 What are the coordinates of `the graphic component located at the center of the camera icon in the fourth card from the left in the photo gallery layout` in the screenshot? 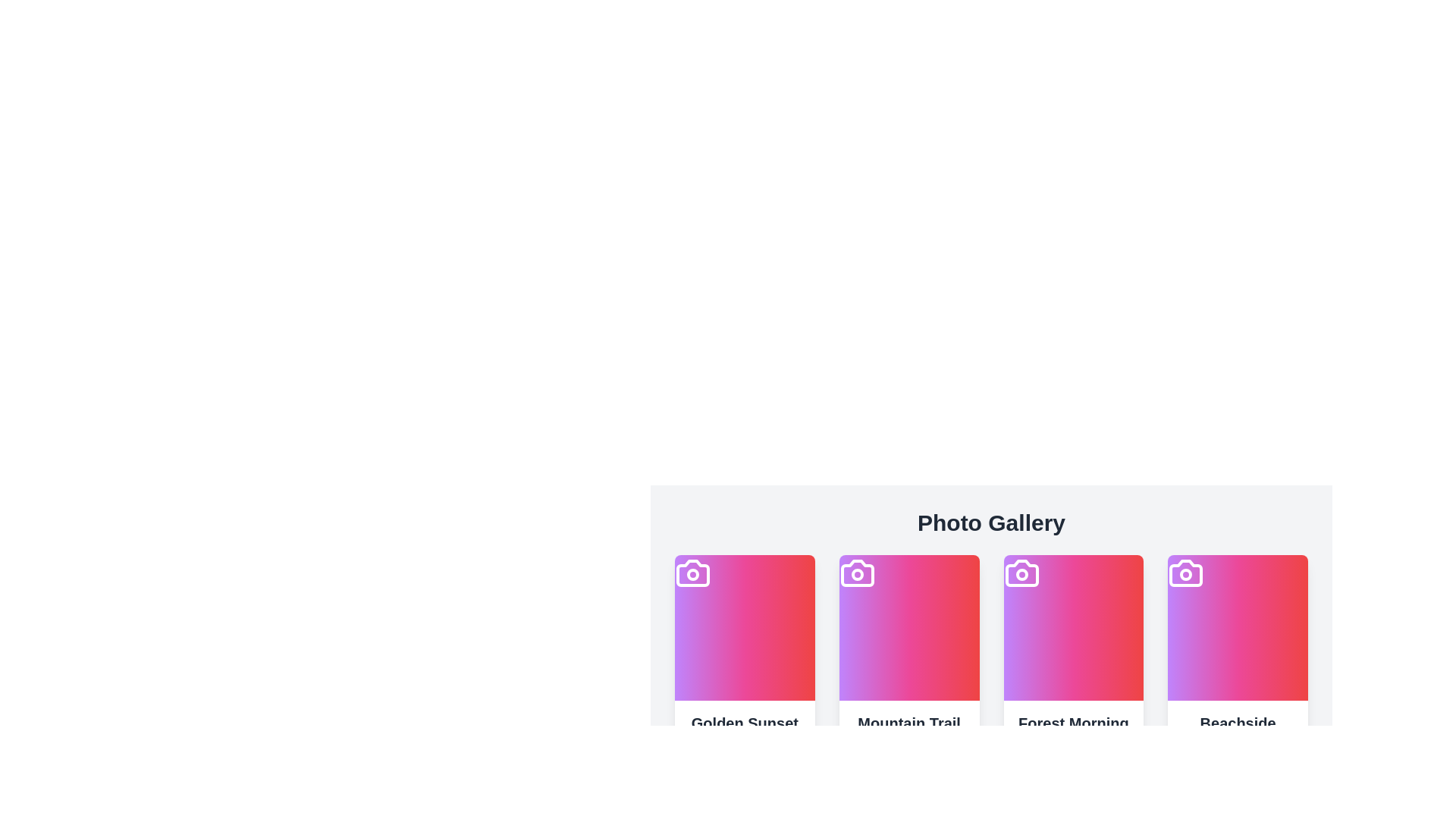 It's located at (1185, 575).